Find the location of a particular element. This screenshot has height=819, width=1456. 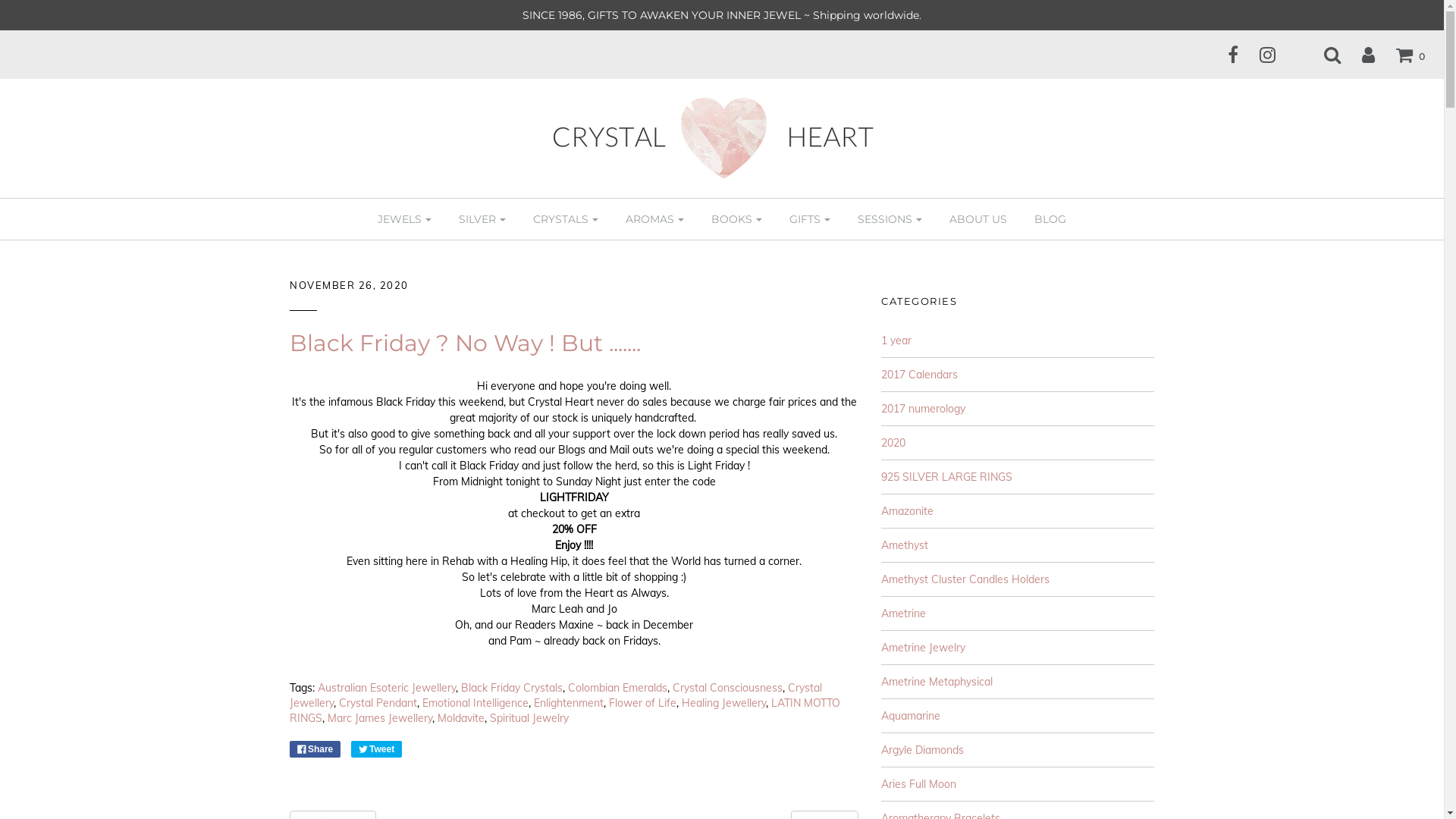

'Search' is located at coordinates (1322, 54).